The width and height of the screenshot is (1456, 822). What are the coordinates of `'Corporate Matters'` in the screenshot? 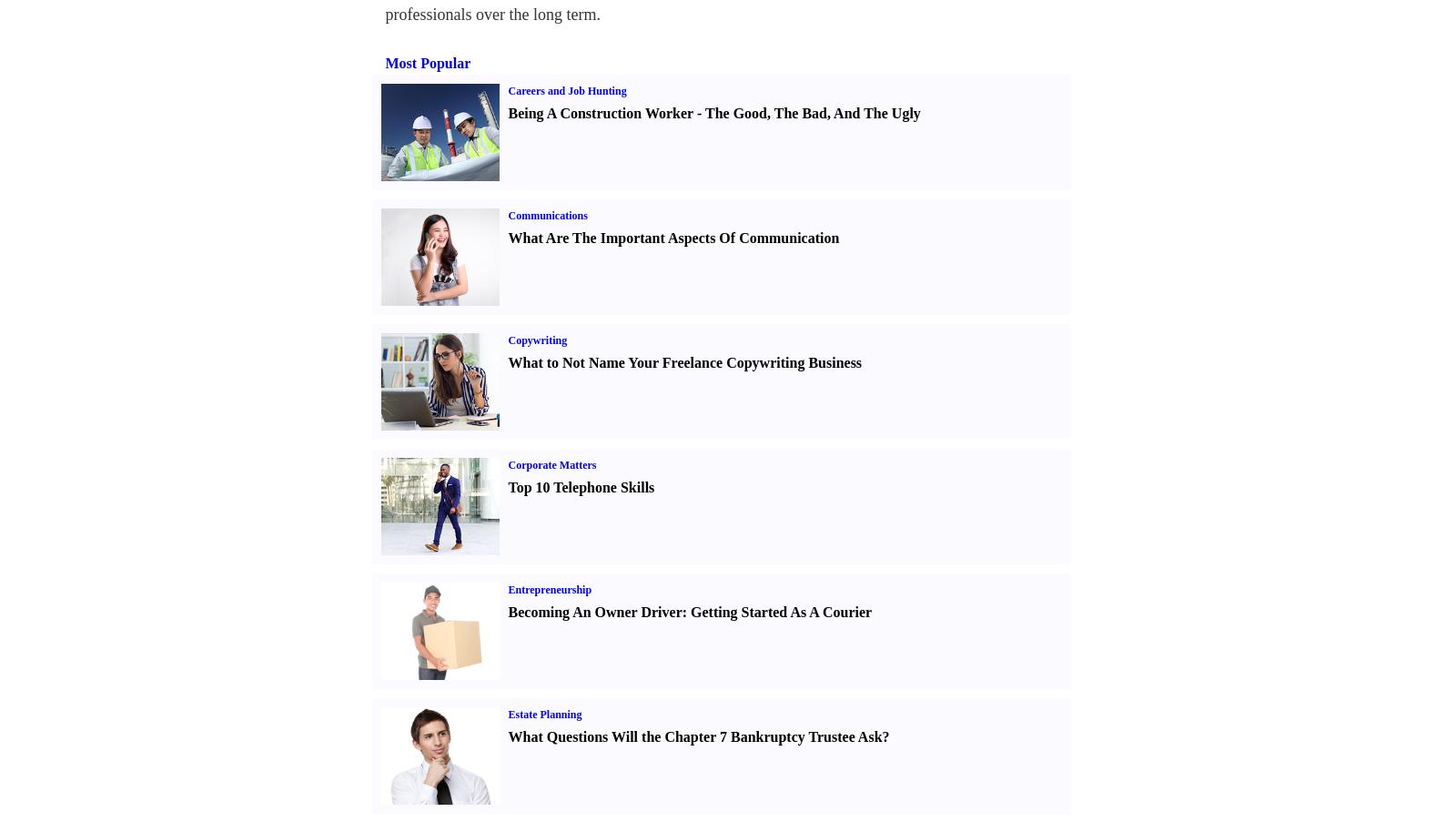 It's located at (551, 465).